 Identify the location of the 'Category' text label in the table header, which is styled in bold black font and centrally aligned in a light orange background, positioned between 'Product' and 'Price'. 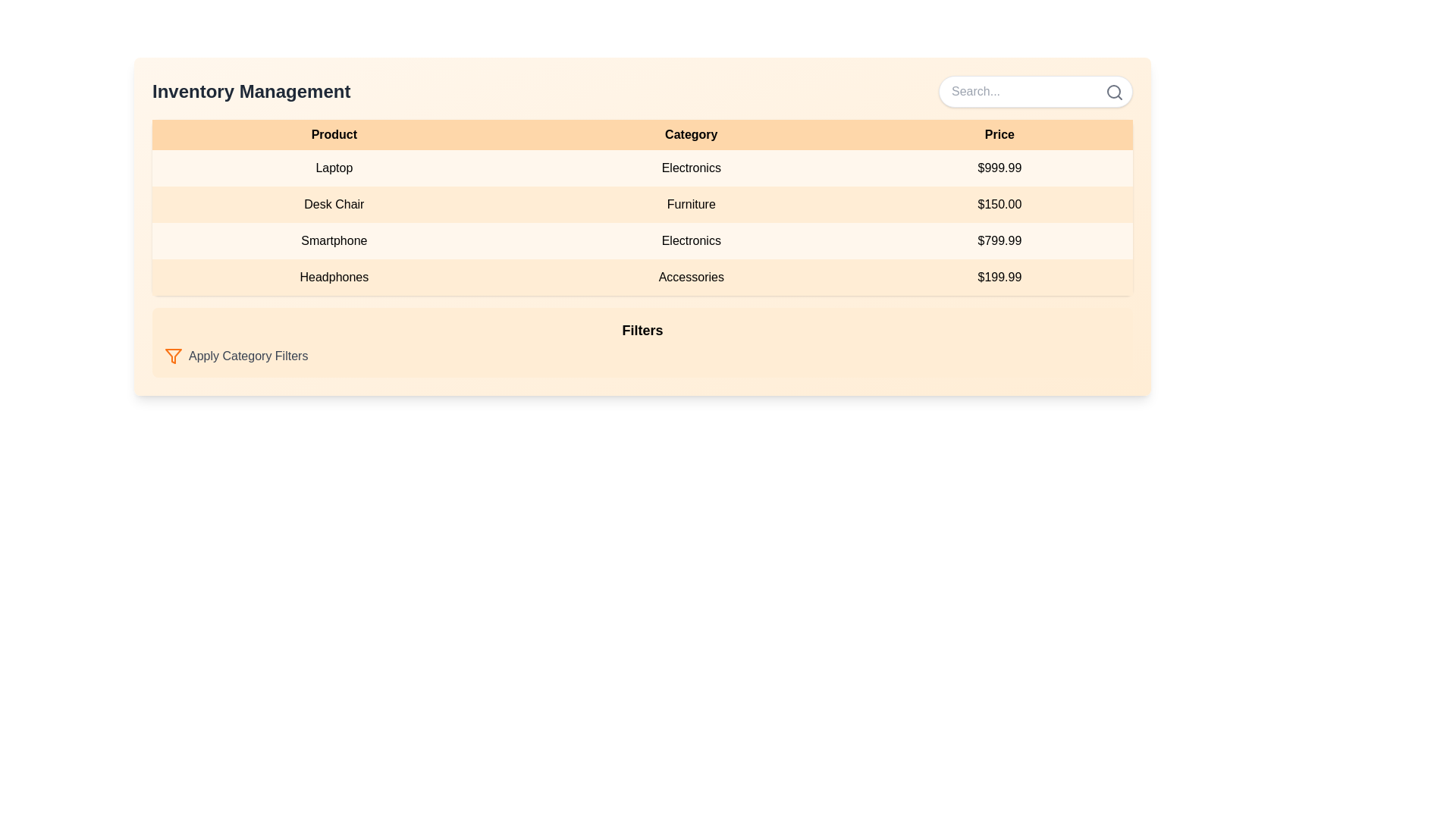
(690, 133).